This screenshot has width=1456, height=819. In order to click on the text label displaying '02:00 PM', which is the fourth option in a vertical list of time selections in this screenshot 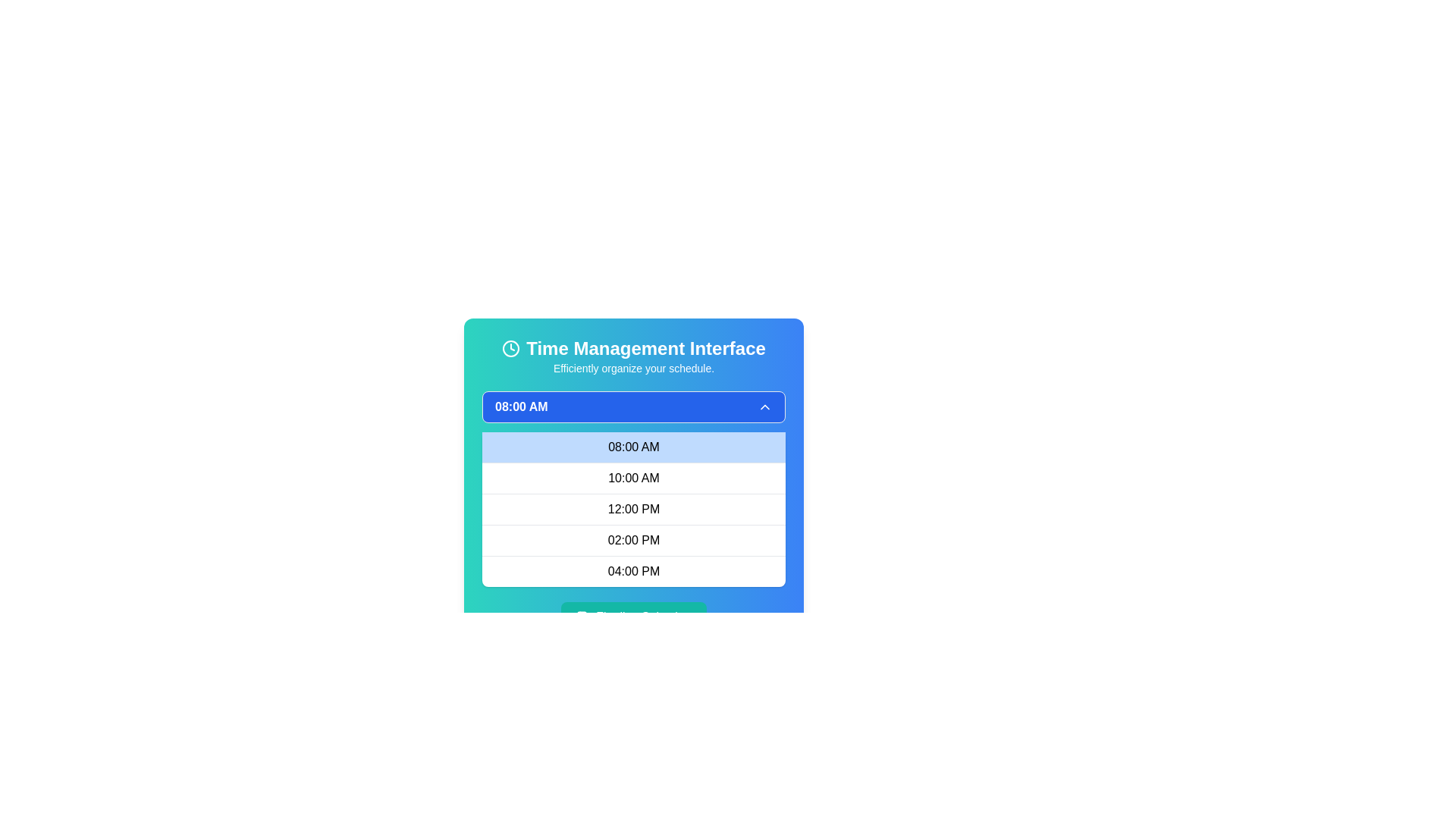, I will do `click(633, 539)`.